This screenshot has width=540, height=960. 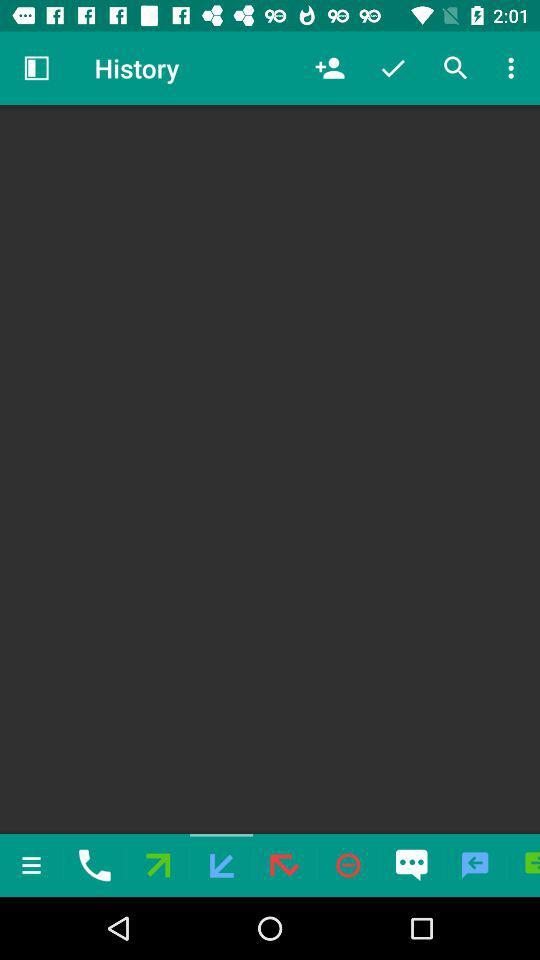 What do you see at coordinates (329, 68) in the screenshot?
I see `item next to history` at bounding box center [329, 68].